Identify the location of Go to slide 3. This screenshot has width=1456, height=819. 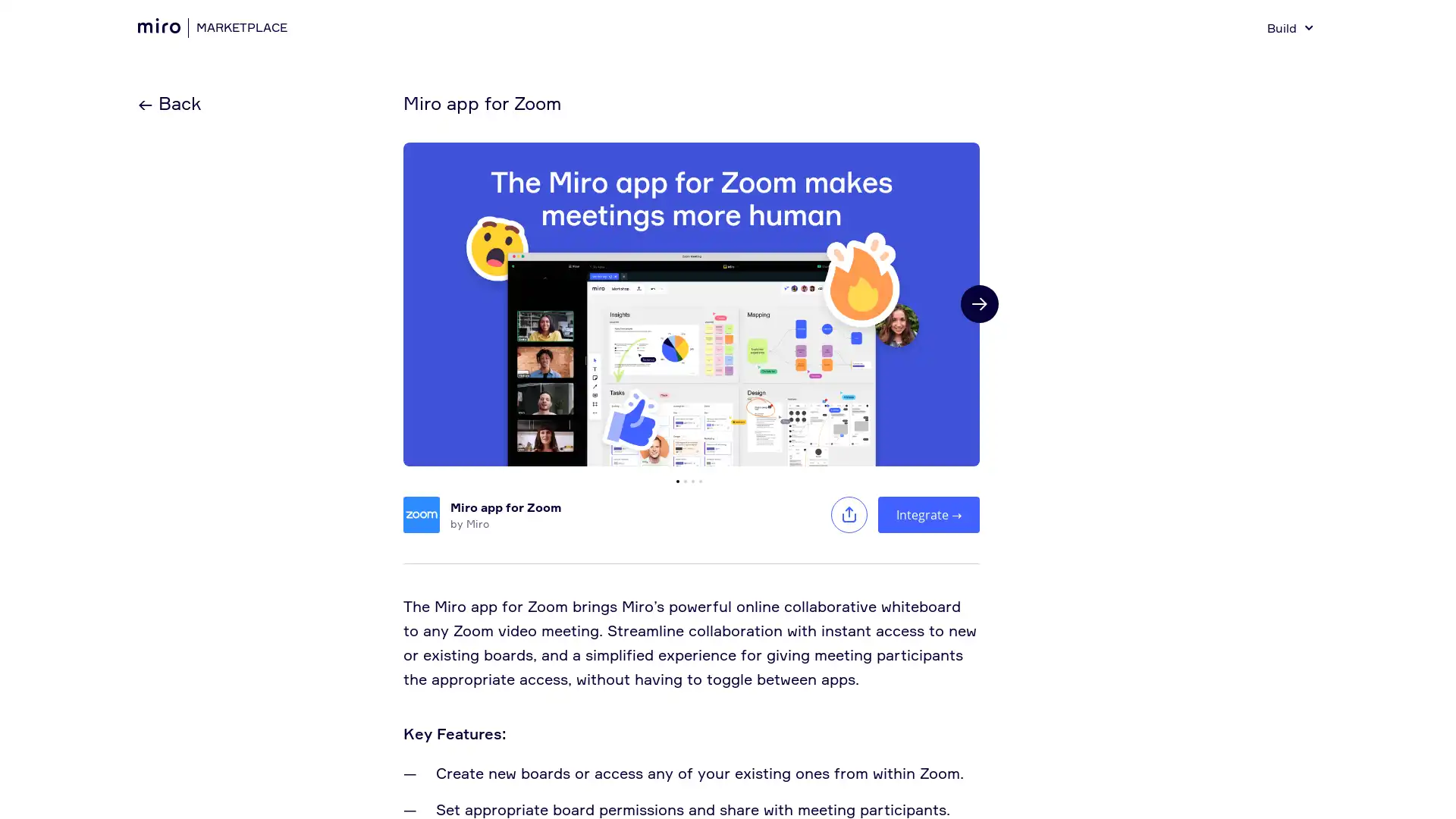
(692, 480).